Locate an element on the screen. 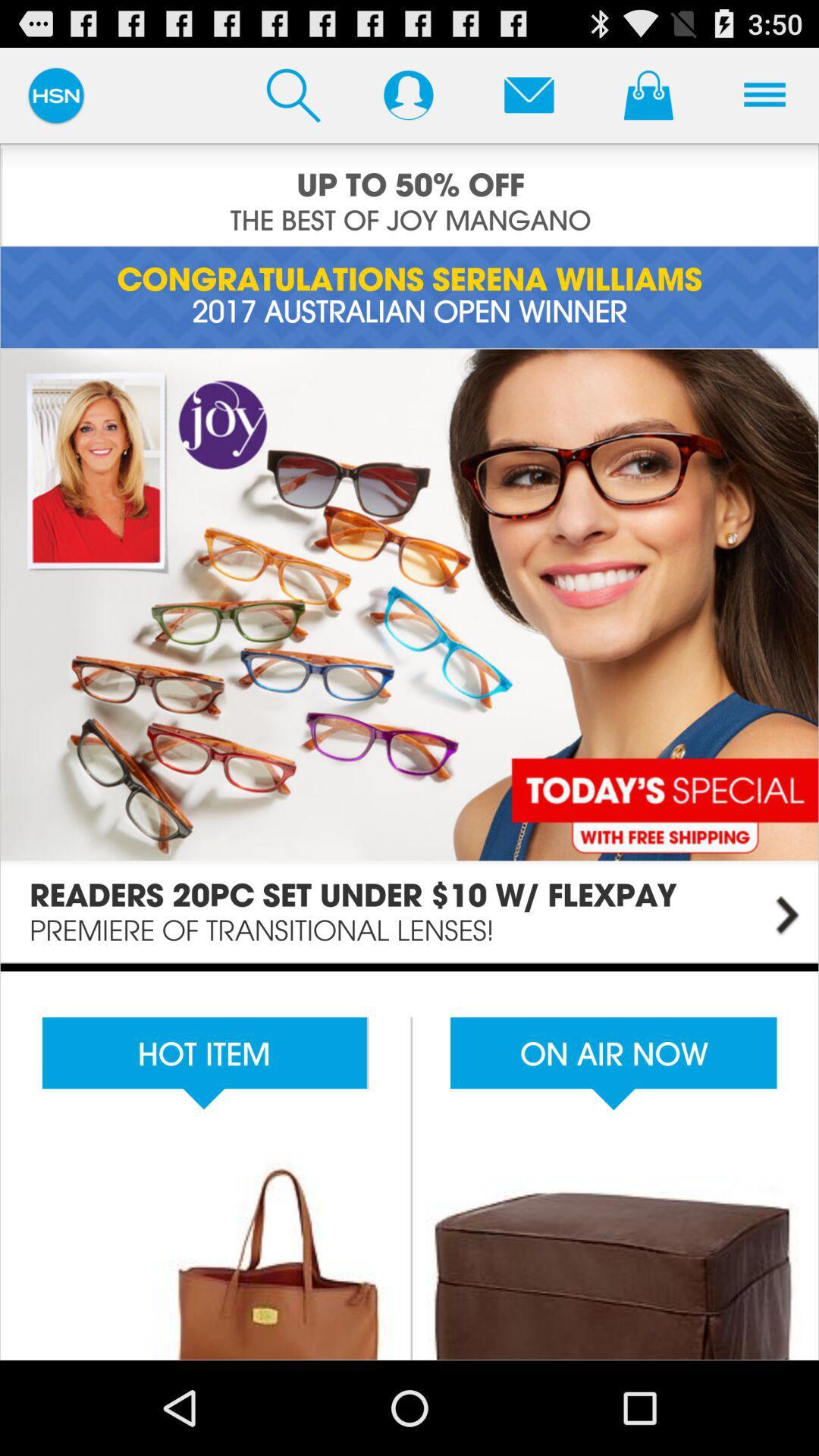  details is located at coordinates (409, 655).